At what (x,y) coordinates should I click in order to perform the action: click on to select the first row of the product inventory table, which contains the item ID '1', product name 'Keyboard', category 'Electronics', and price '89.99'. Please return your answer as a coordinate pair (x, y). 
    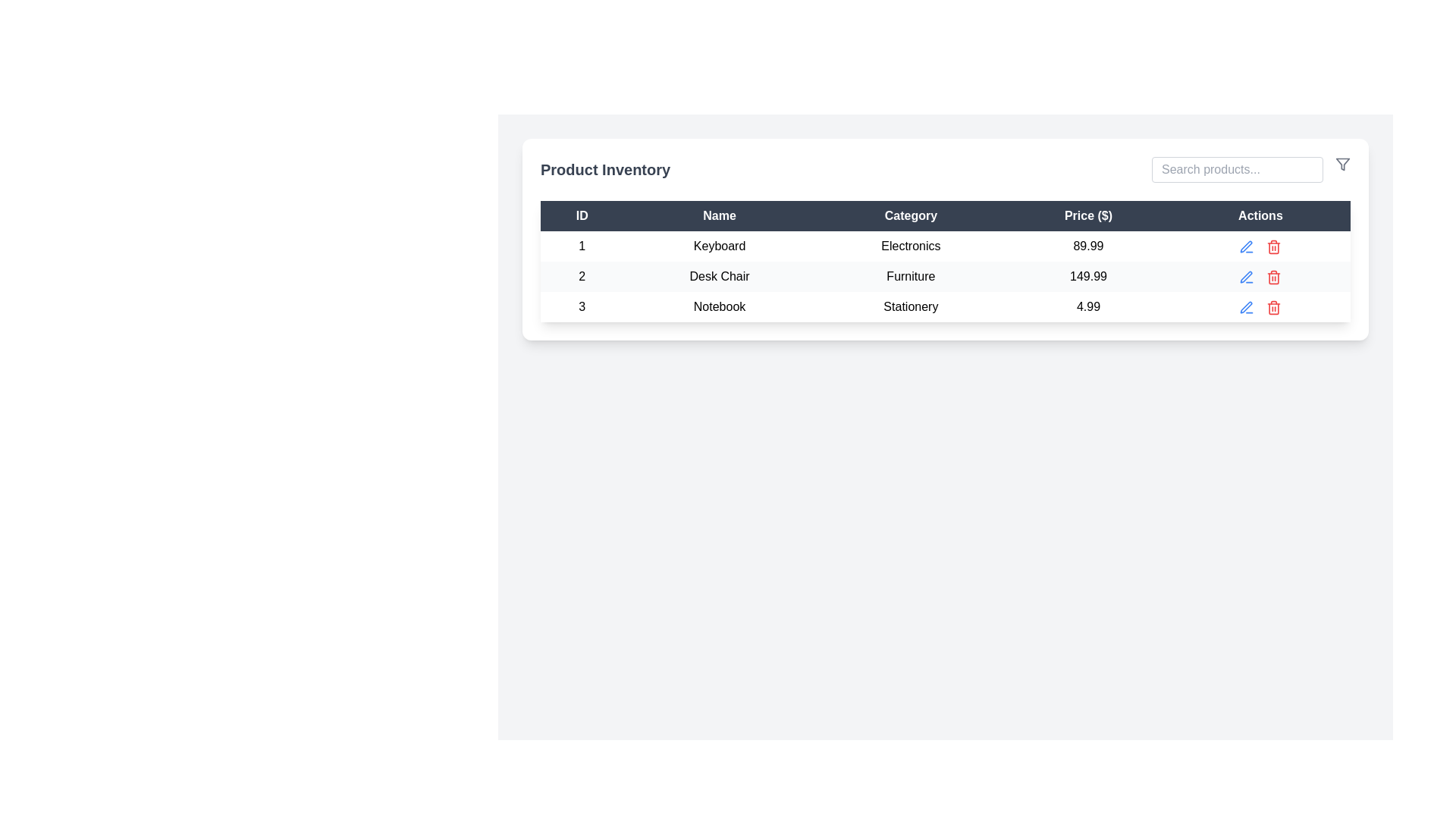
    Looking at the image, I should click on (945, 245).